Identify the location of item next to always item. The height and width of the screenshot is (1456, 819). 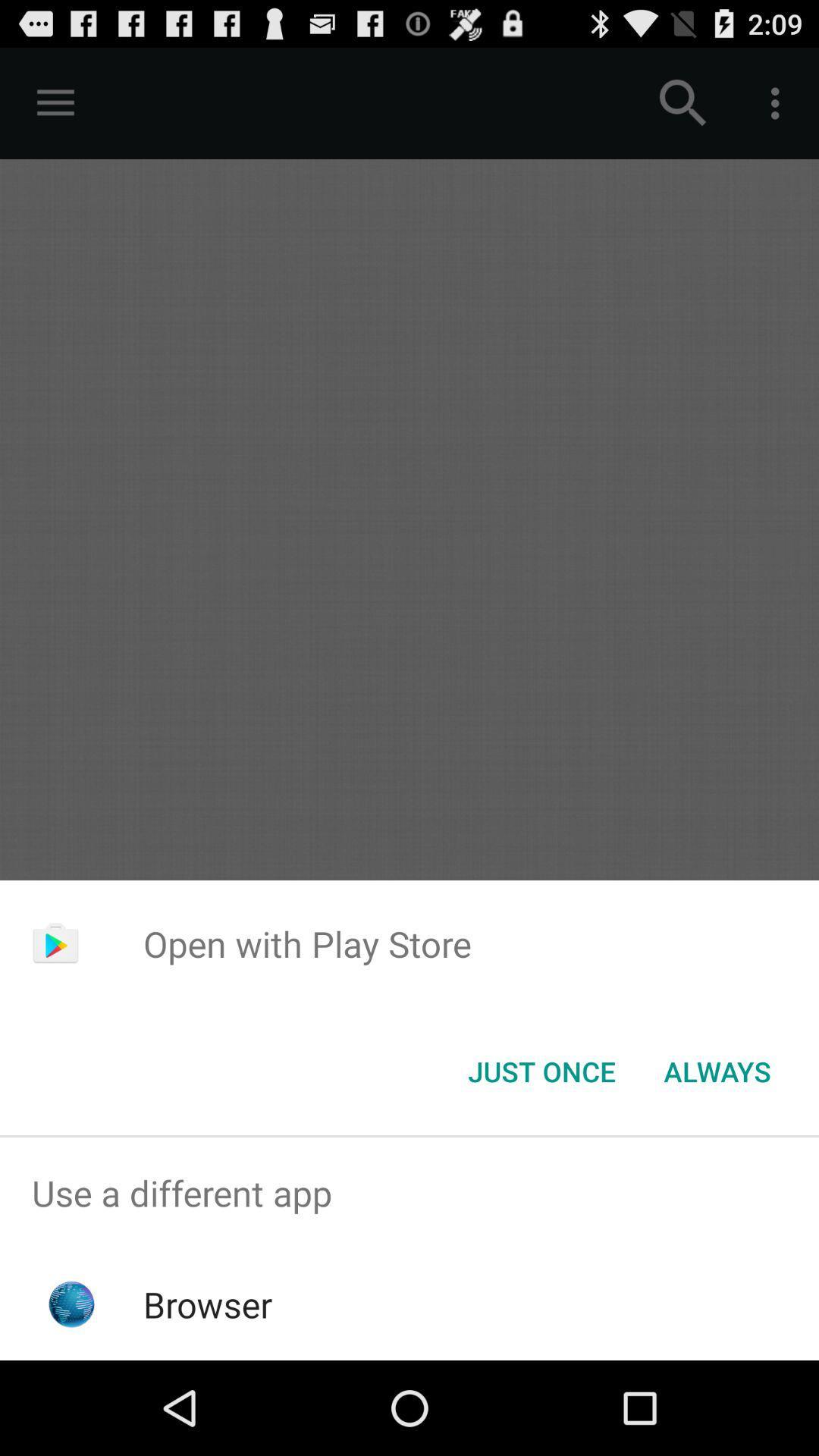
(541, 1070).